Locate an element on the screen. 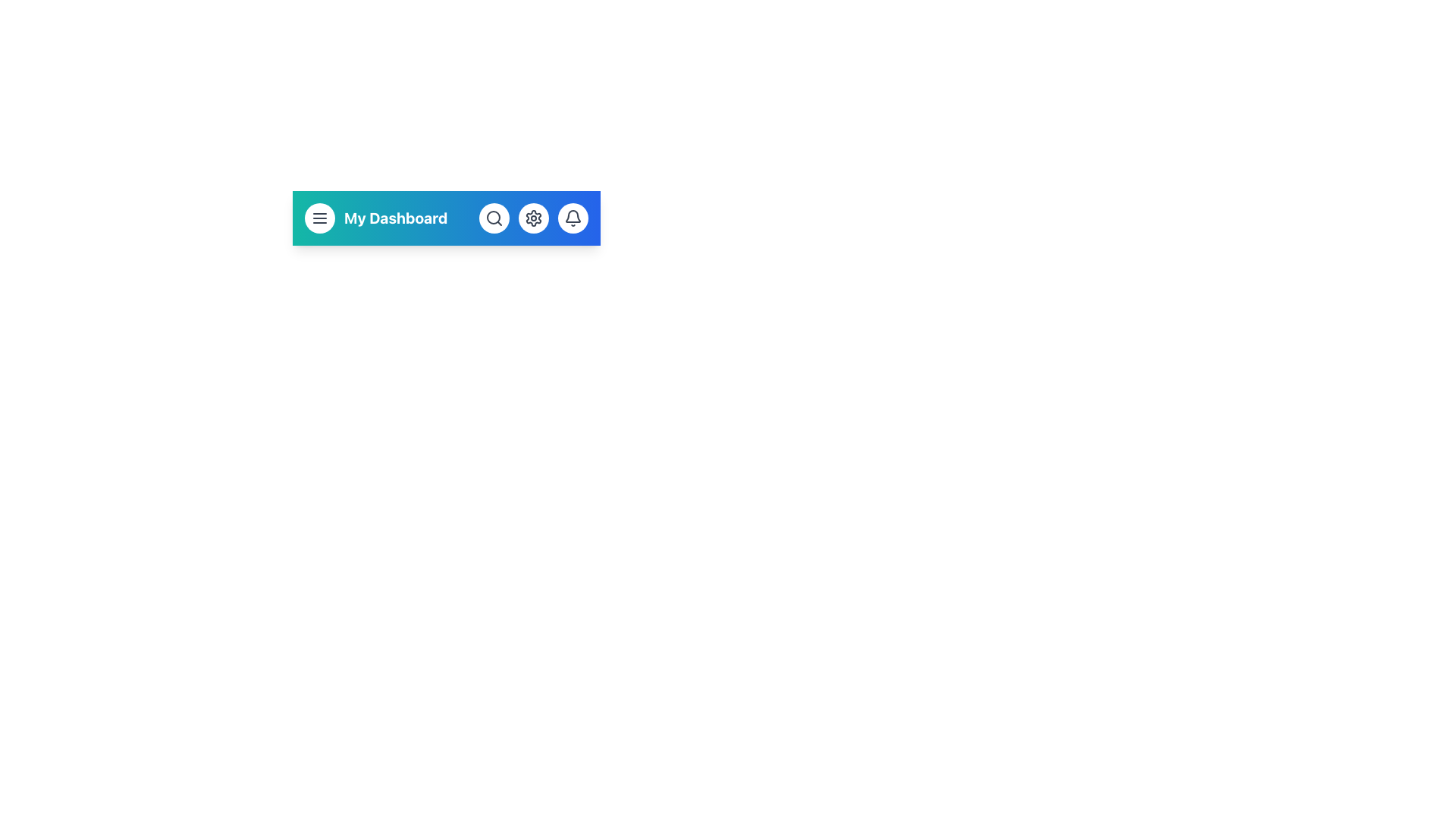 The height and width of the screenshot is (819, 1456). the circular settings button with a gear icon located is located at coordinates (534, 218).